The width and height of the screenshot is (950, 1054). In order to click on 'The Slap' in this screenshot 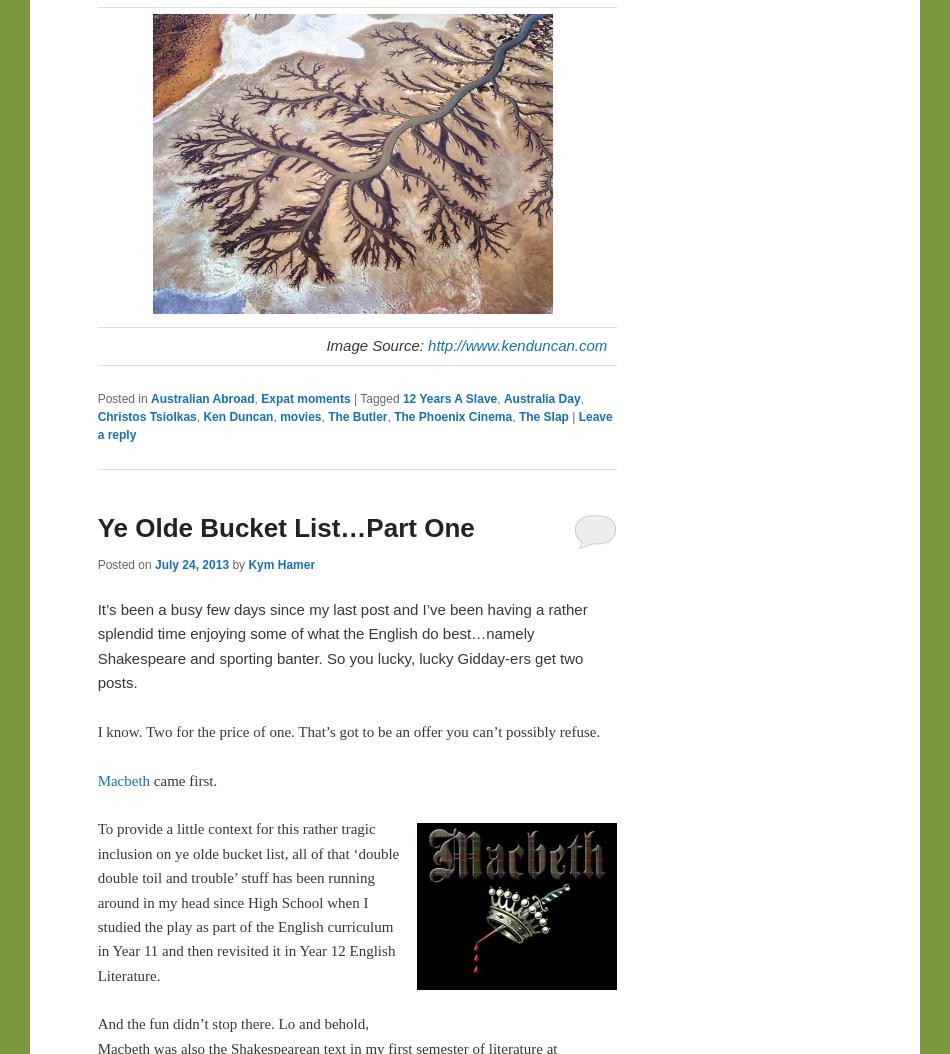, I will do `click(518, 415)`.